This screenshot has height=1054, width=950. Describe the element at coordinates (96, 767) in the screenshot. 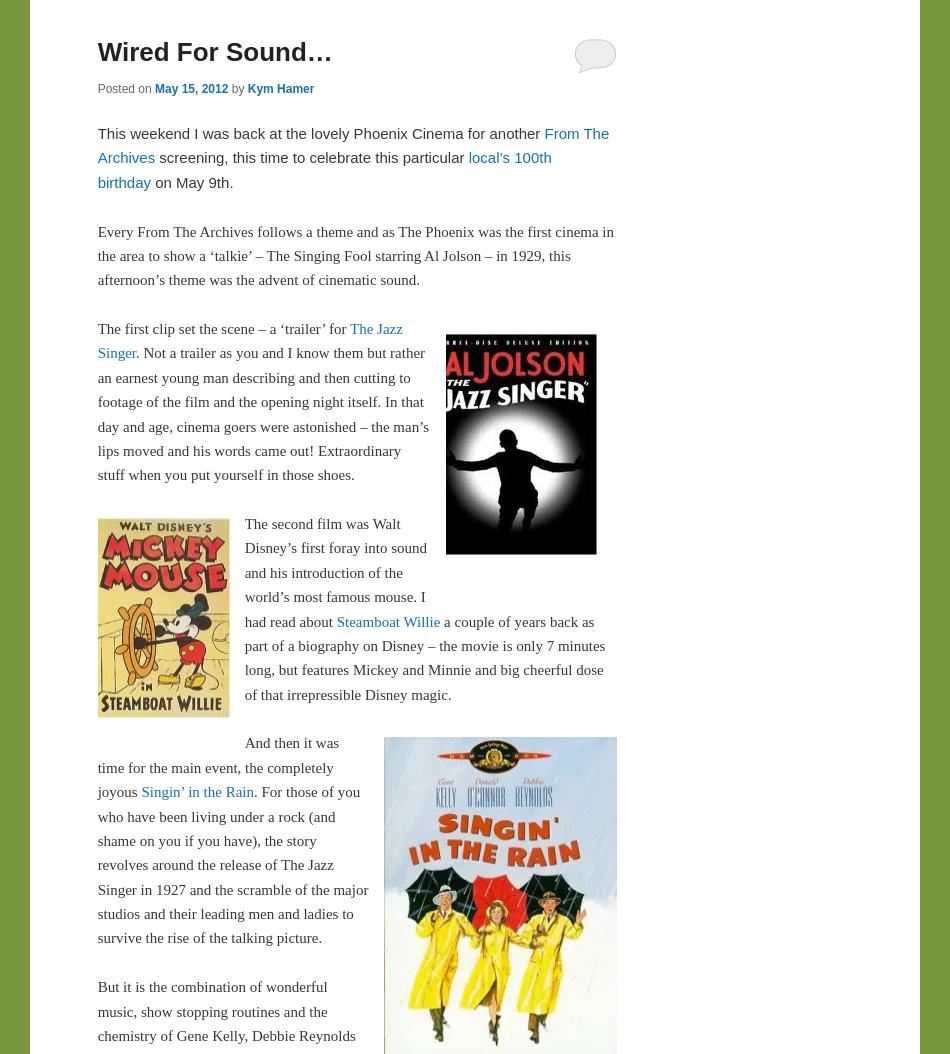

I see `'And then it was time for the main event, the completely joyous'` at that location.